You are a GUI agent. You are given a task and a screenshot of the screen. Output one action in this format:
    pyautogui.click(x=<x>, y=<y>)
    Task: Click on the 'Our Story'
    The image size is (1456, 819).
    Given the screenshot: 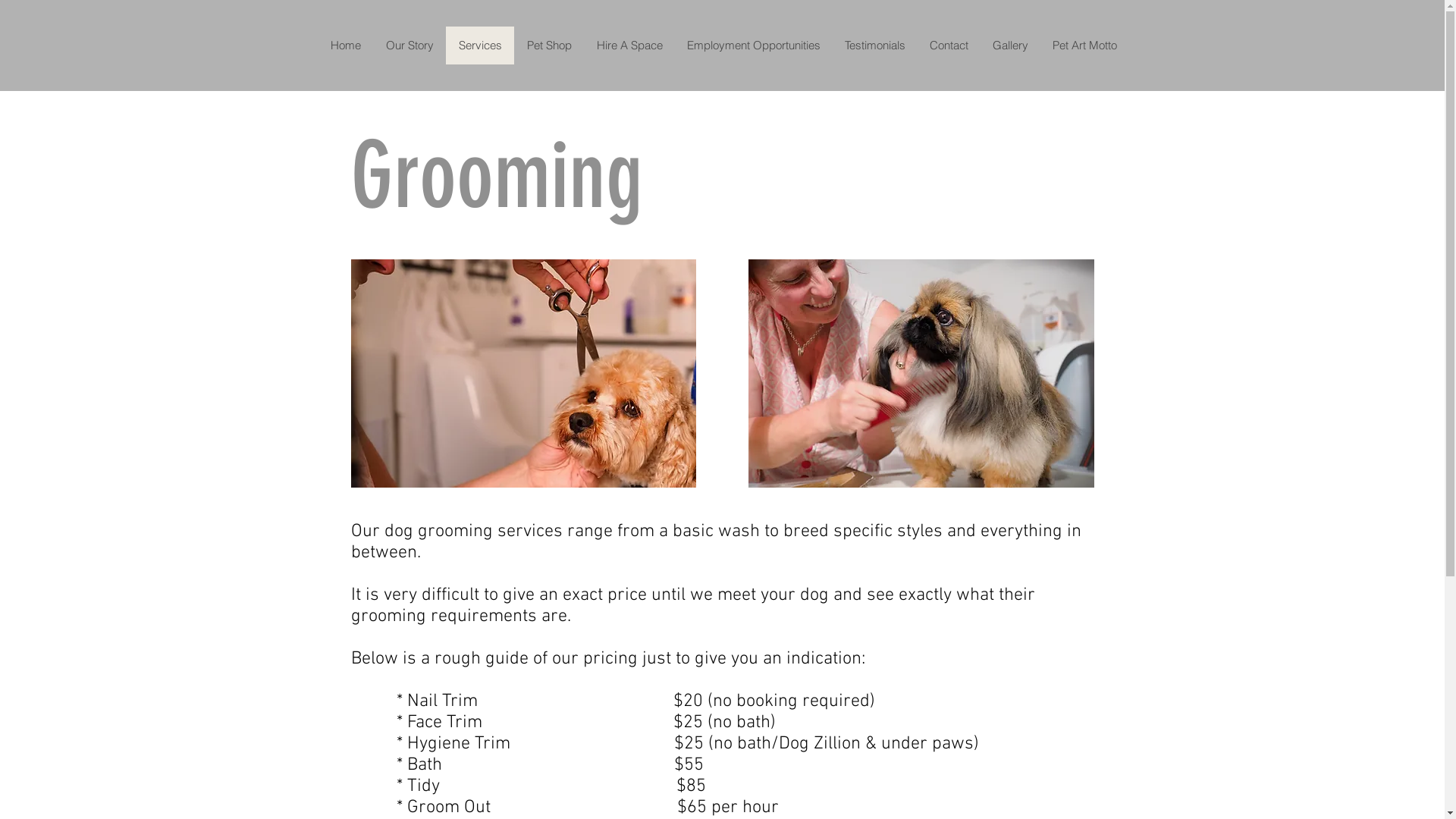 What is the action you would take?
    pyautogui.click(x=409, y=45)
    